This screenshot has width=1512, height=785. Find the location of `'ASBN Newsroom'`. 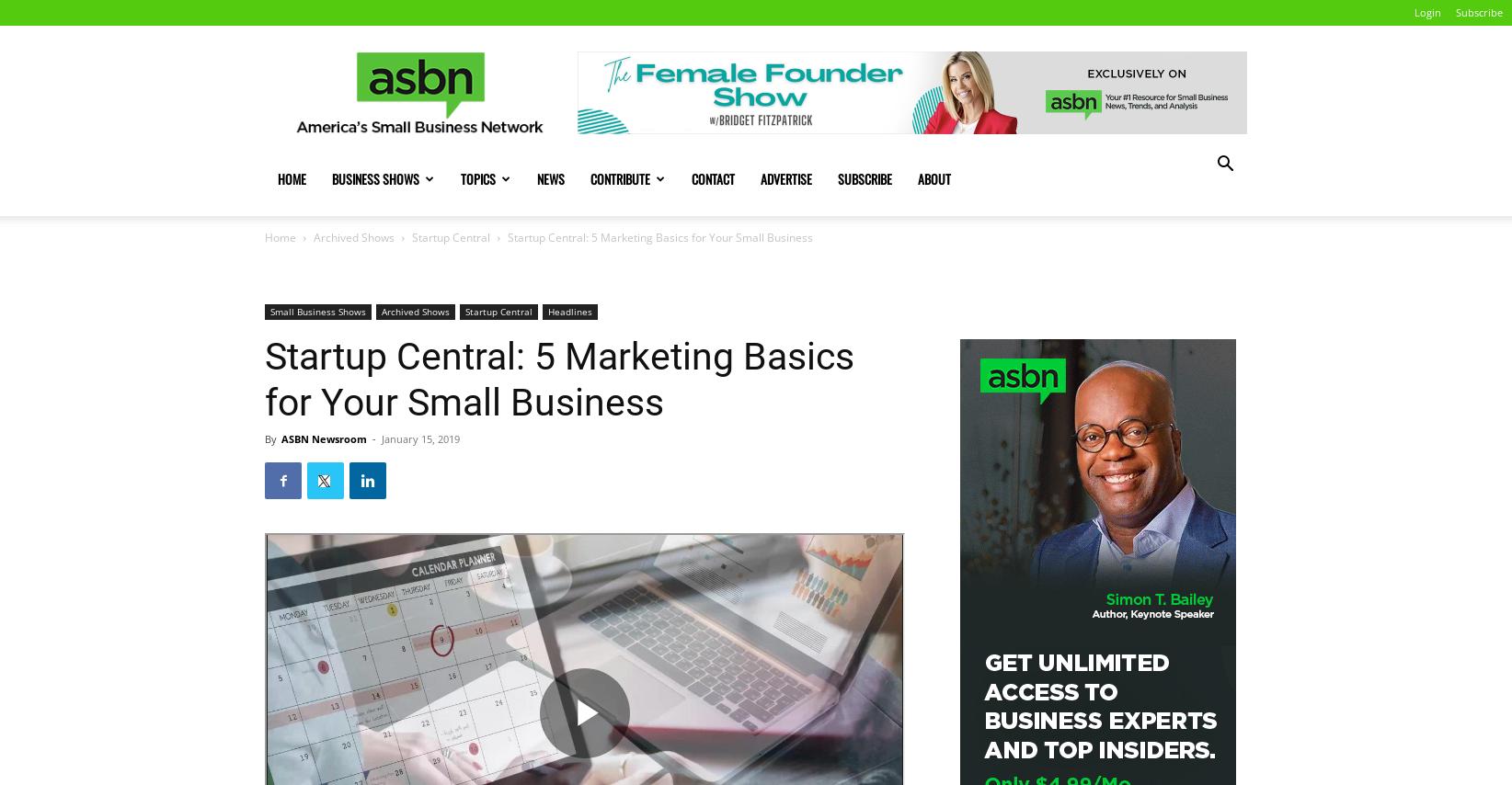

'ASBN Newsroom' is located at coordinates (323, 438).